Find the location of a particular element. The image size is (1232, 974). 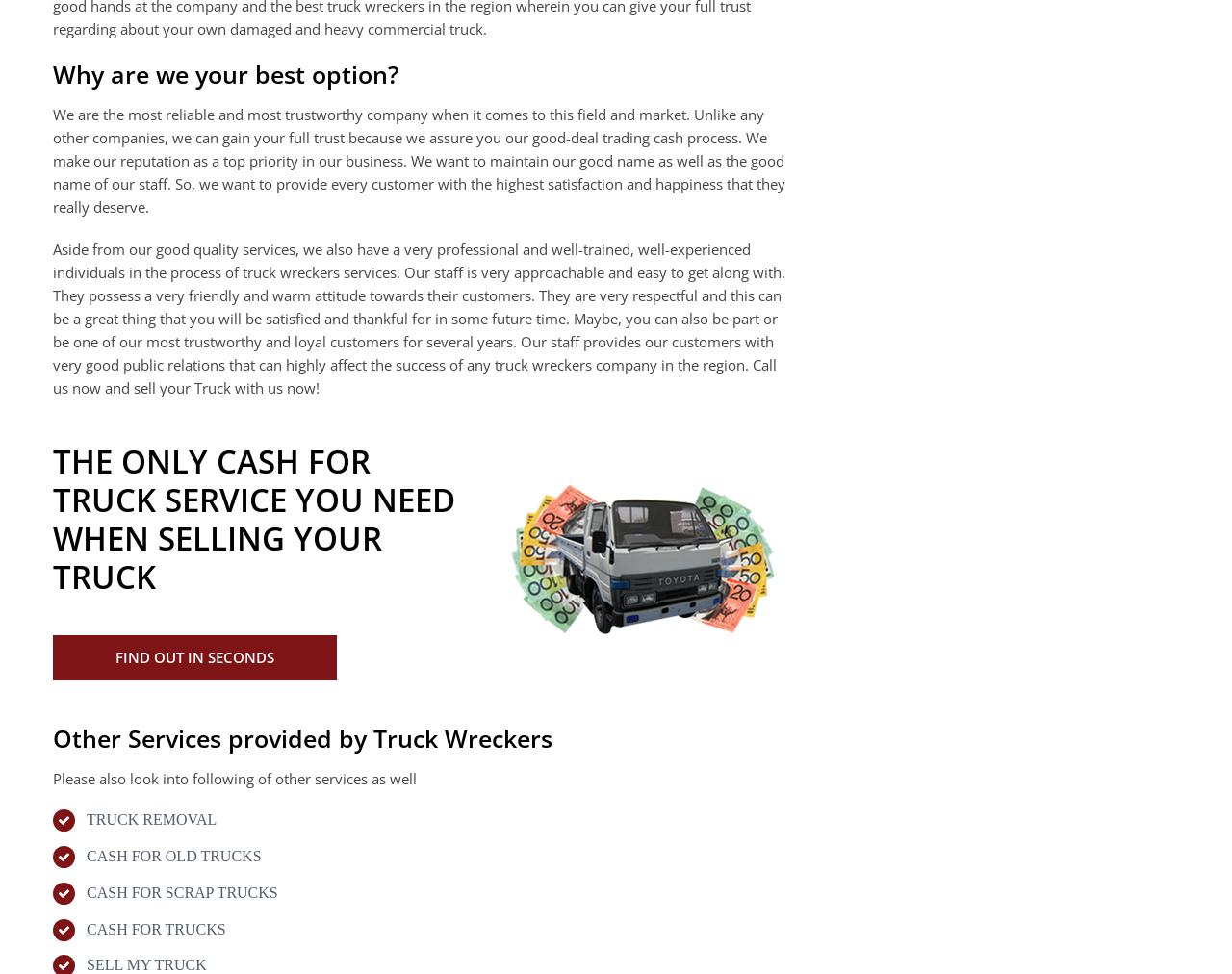

'Other Services provided by Truck Wreckers' is located at coordinates (301, 736).